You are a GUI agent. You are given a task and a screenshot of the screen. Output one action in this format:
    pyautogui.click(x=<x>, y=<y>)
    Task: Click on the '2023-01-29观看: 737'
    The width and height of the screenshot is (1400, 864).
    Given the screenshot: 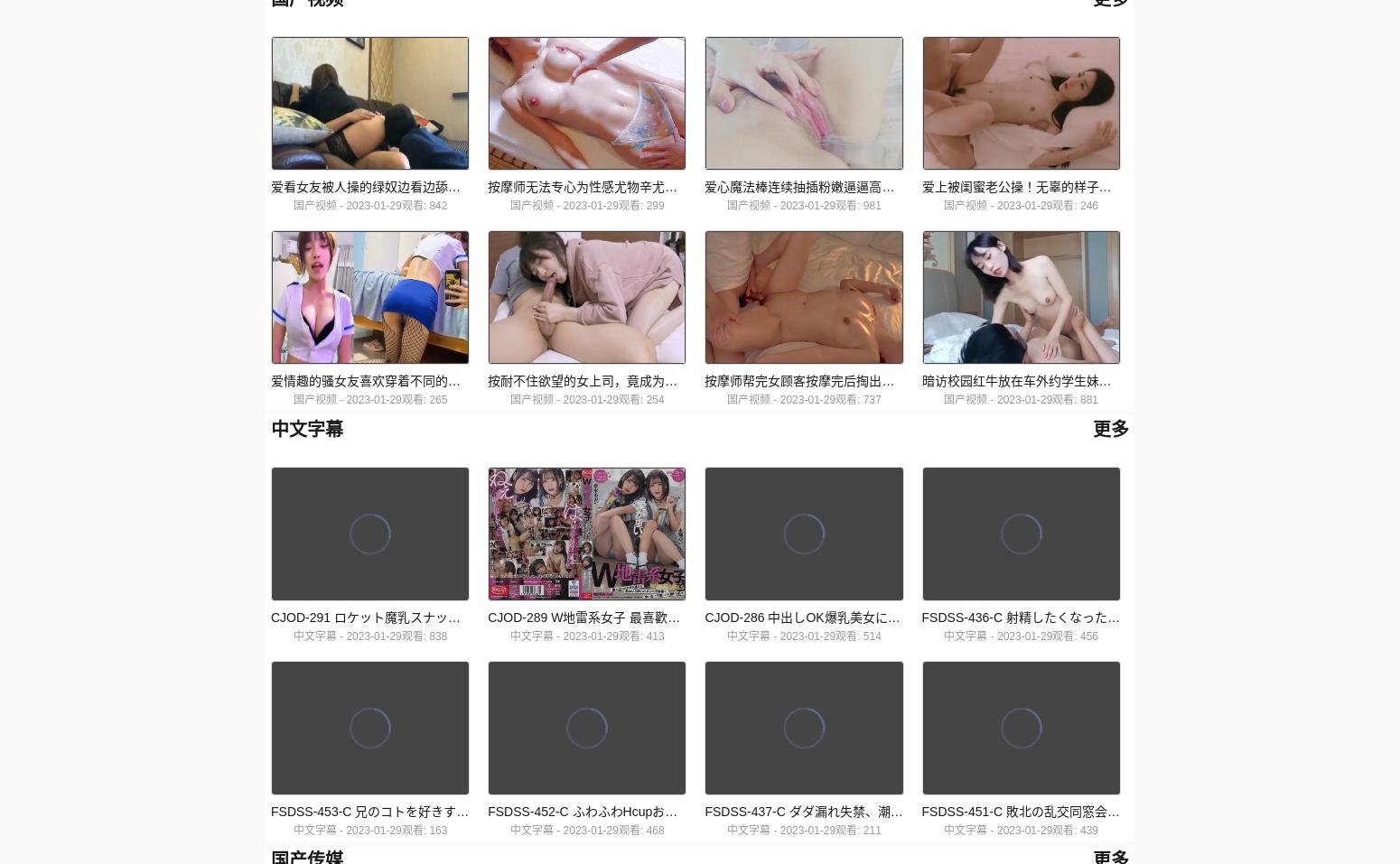 What is the action you would take?
    pyautogui.click(x=779, y=398)
    